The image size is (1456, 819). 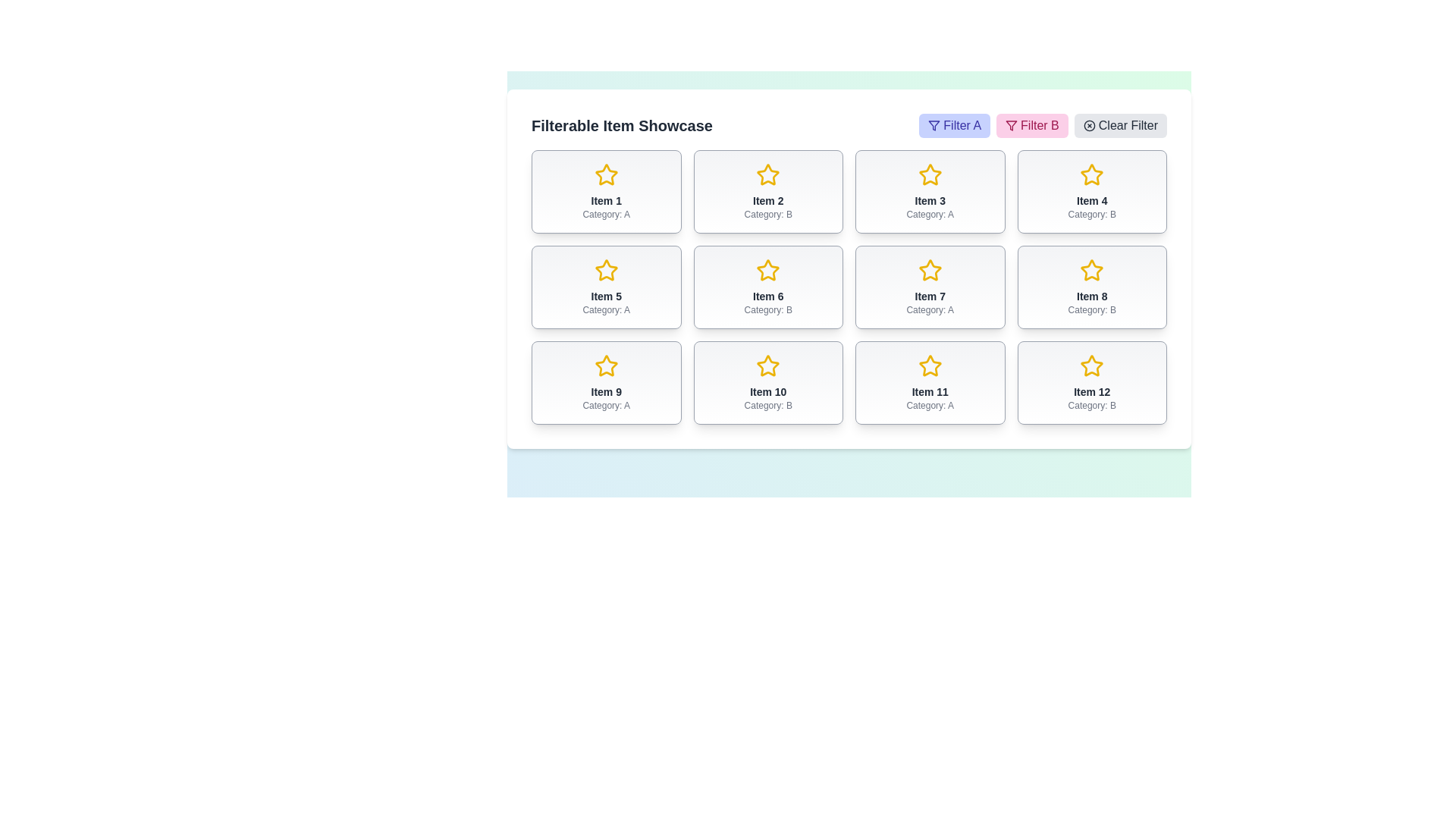 I want to click on the star-shaped SVG icon with a yellow outline located in the card labeled 'Item 8\nCategory: B' to rate it, so click(x=1092, y=270).